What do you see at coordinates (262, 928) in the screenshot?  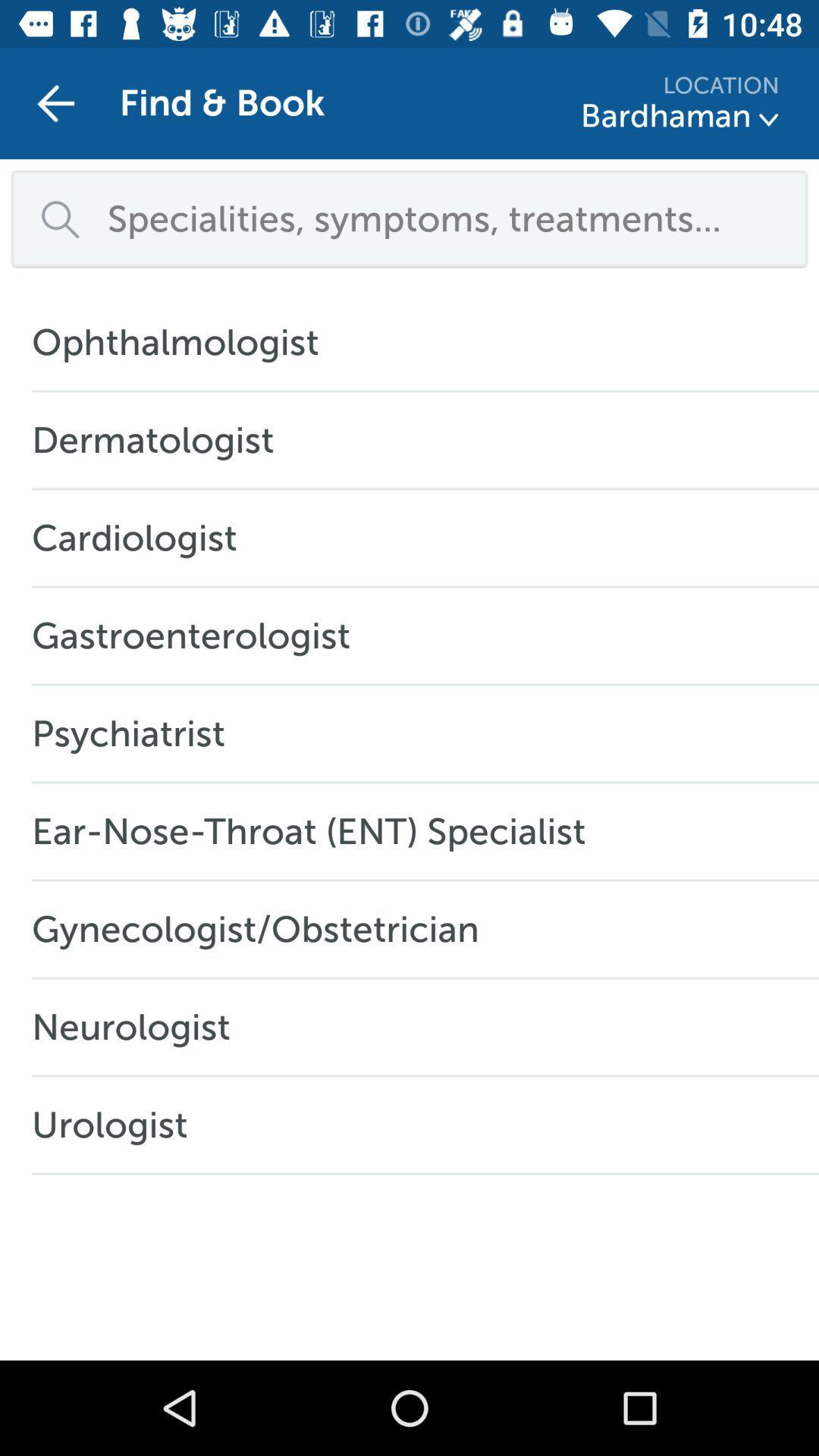 I see `item below the ear nose throat item` at bounding box center [262, 928].